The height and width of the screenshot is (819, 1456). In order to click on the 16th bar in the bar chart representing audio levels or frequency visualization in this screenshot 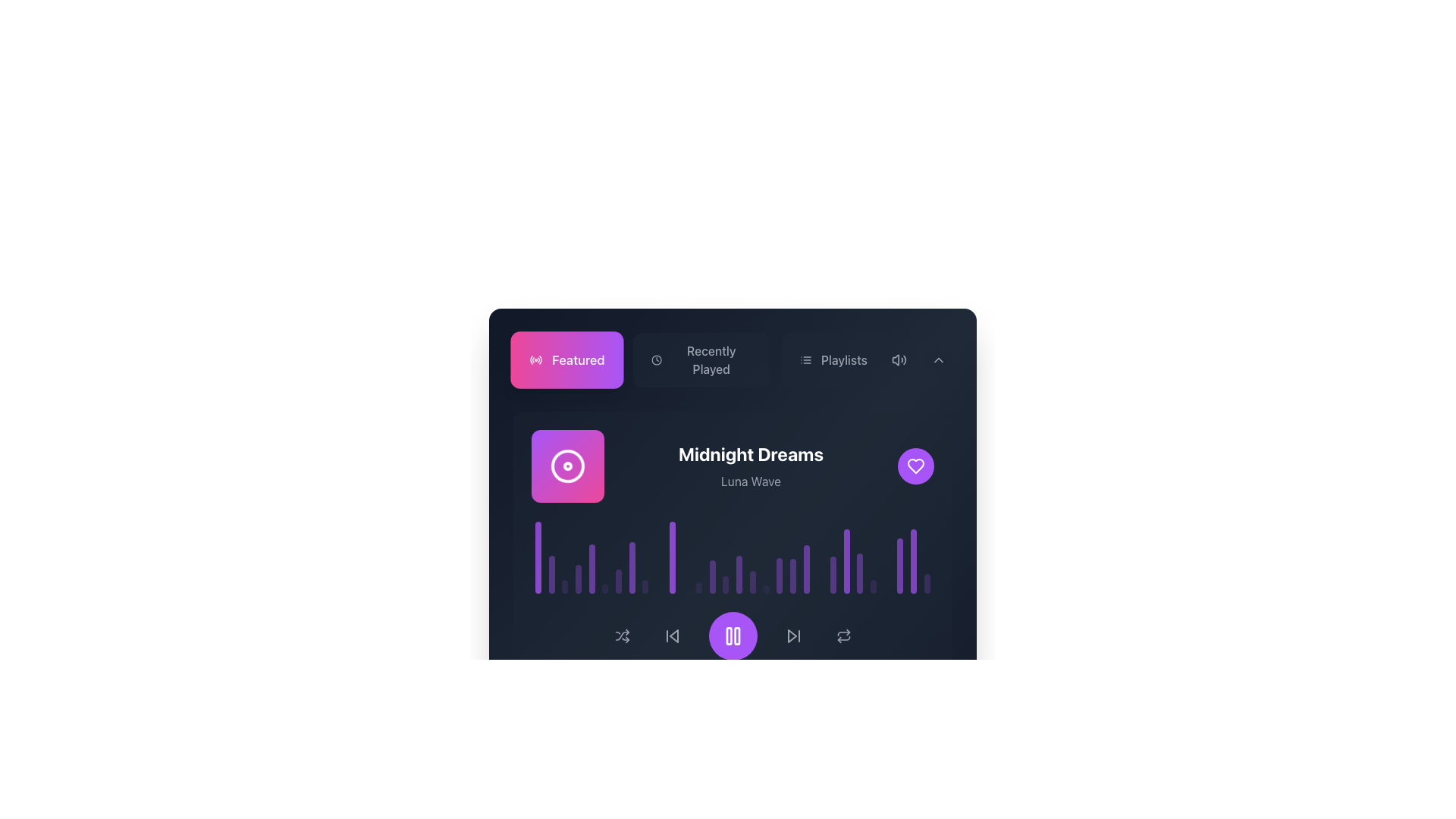, I will do `click(739, 575)`.